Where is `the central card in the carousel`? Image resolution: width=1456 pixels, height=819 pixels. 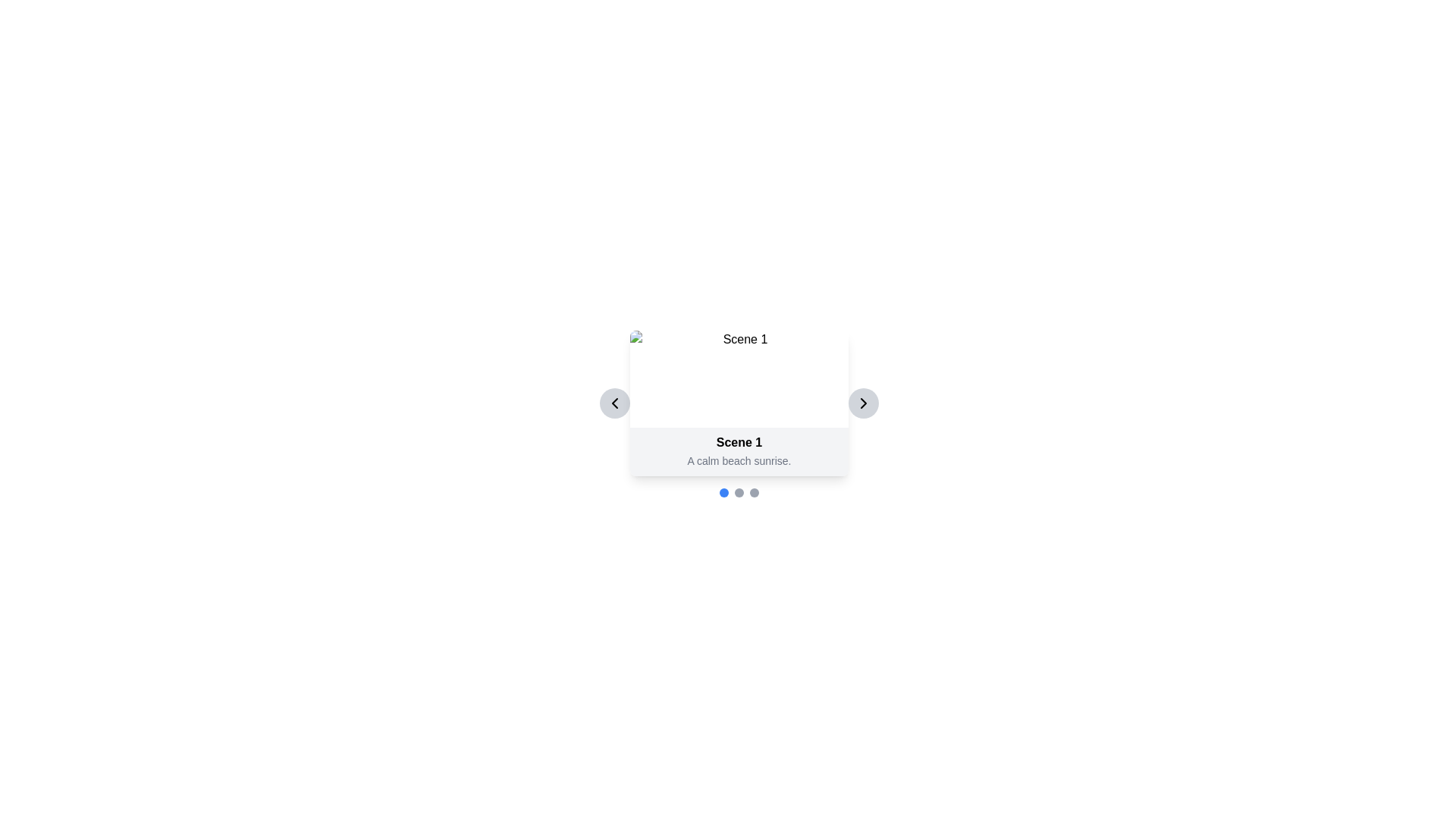 the central card in the carousel is located at coordinates (739, 403).